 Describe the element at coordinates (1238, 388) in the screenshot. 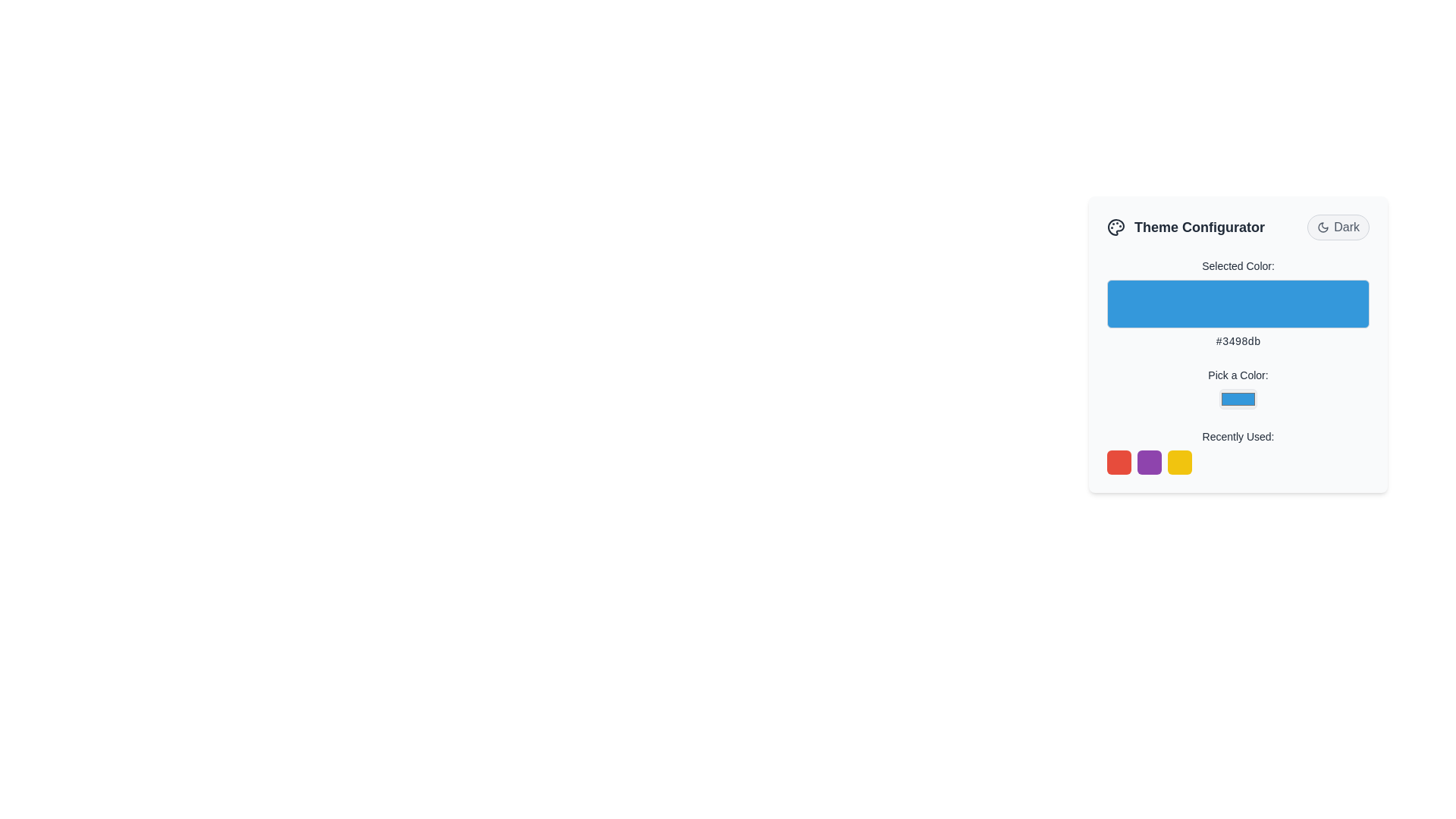

I see `instructions from the text label that guides the user on how to select a color in the Theme Configurator section, positioned above the color picker input` at that location.